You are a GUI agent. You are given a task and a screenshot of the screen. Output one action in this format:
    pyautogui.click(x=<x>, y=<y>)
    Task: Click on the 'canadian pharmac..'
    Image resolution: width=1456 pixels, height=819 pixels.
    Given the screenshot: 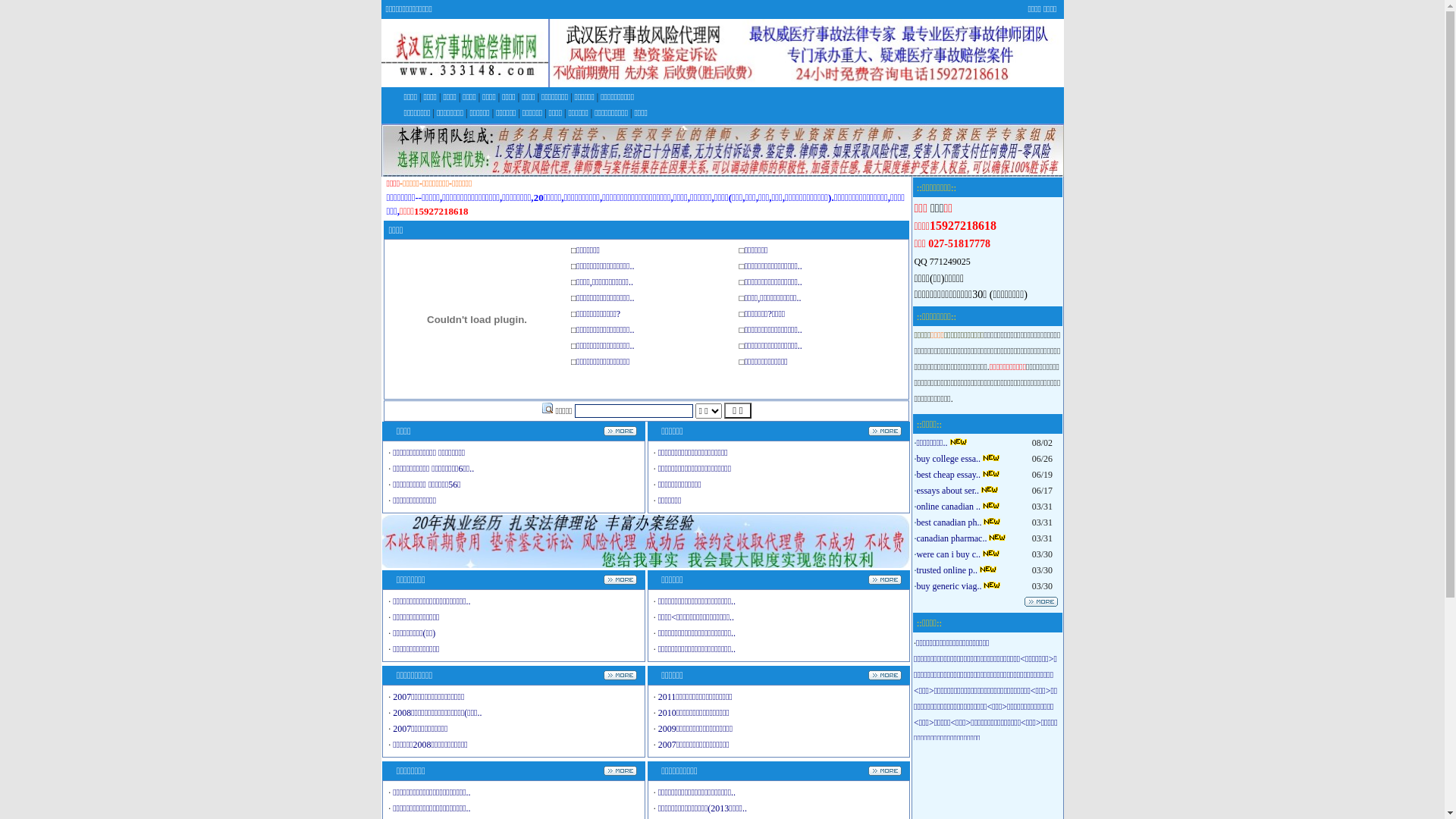 What is the action you would take?
    pyautogui.click(x=950, y=537)
    